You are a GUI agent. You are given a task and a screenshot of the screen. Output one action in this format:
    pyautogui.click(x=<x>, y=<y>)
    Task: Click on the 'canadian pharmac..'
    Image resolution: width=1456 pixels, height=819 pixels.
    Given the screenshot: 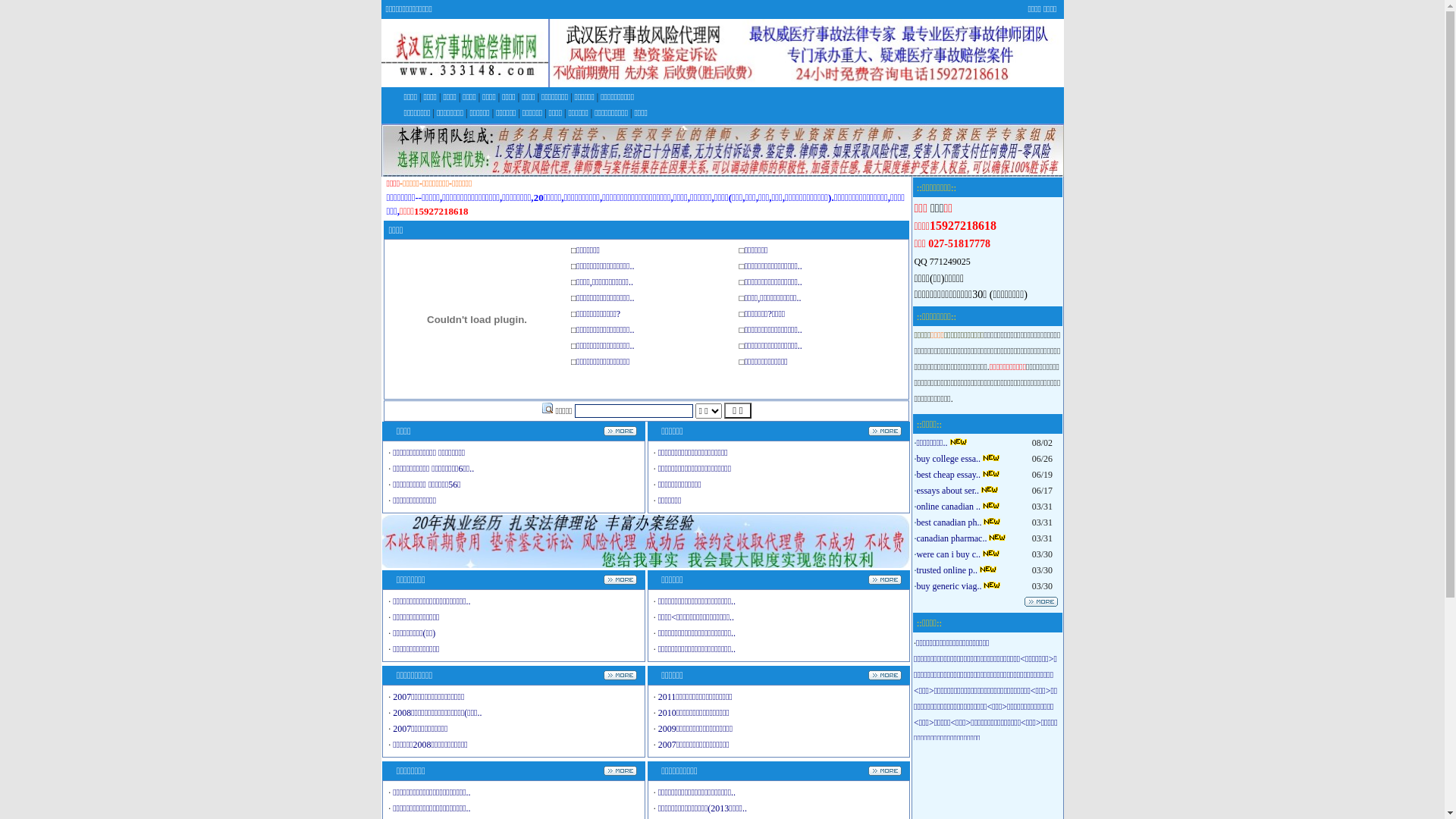 What is the action you would take?
    pyautogui.click(x=950, y=537)
    